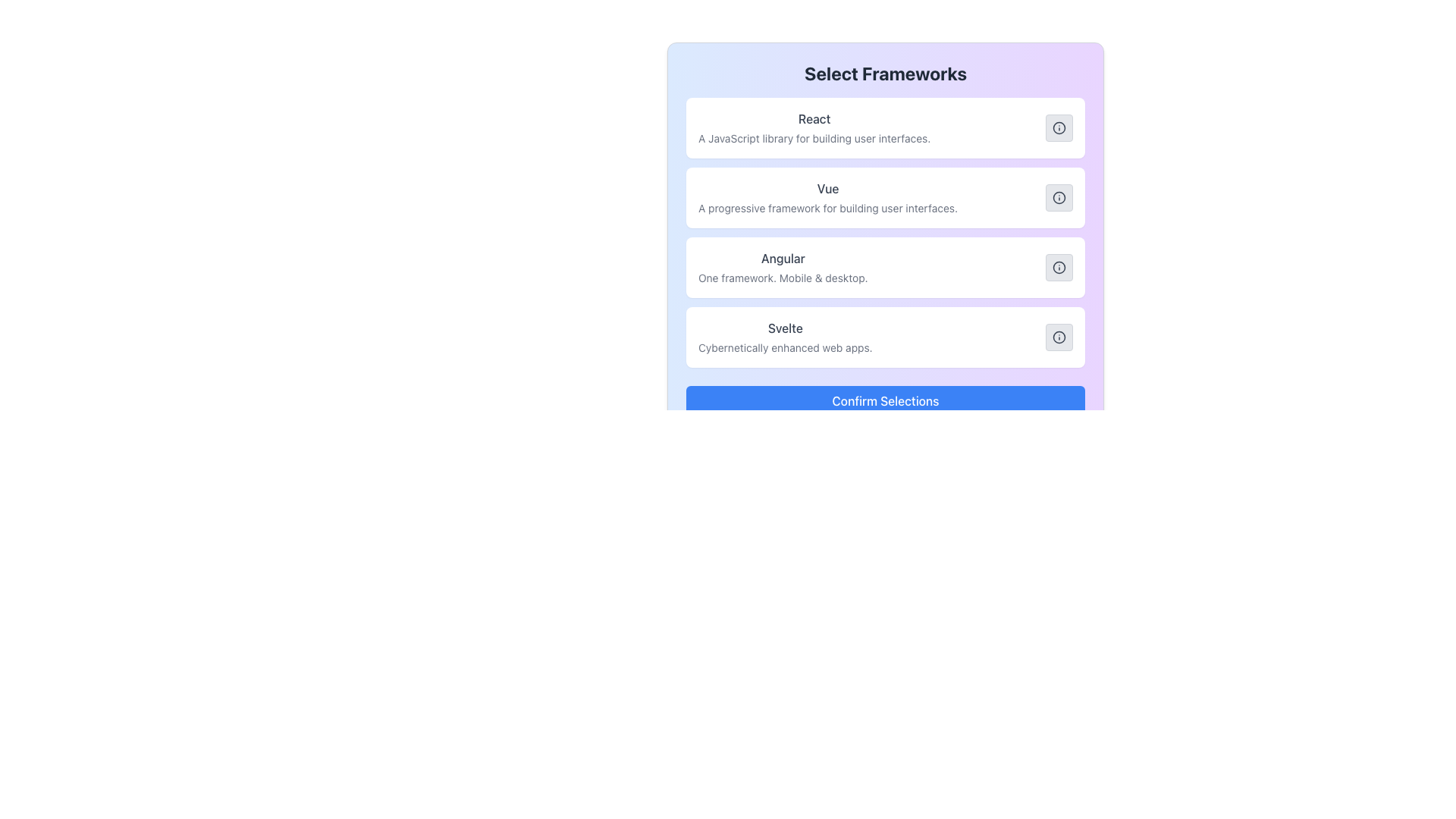  Describe the element at coordinates (783, 267) in the screenshot. I see `the Text Display Block that contains the bold title 'Angular' and the subtitle 'One framework. Mobile & desktop.', which is the third item in the vertical list of framework options` at that location.